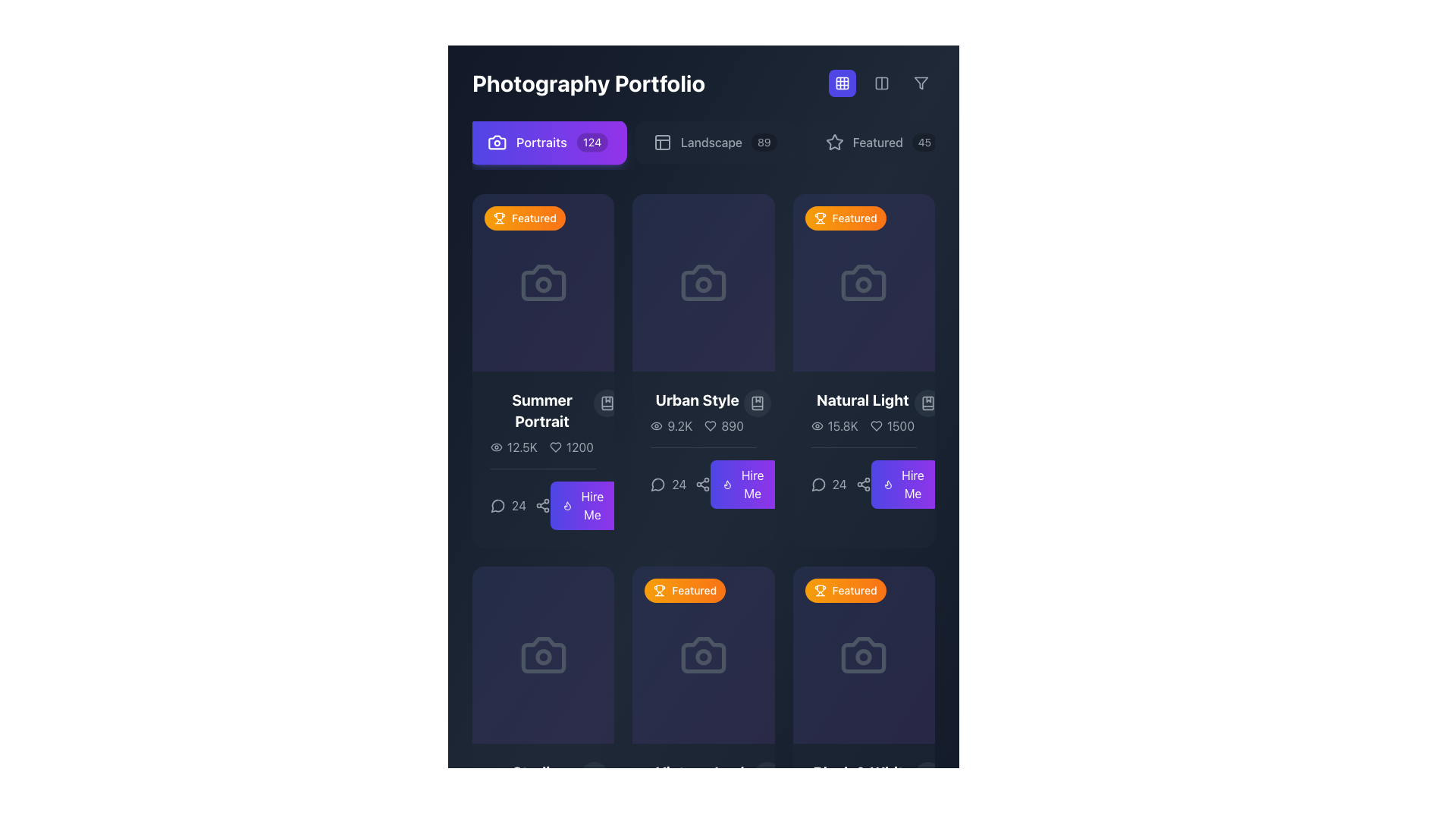 The height and width of the screenshot is (819, 1456). What do you see at coordinates (764, 143) in the screenshot?
I see `displayed number '89' on the Badge located within the 'Landscape' menu item, which is a small, rounded rectangle with a dark background` at bounding box center [764, 143].